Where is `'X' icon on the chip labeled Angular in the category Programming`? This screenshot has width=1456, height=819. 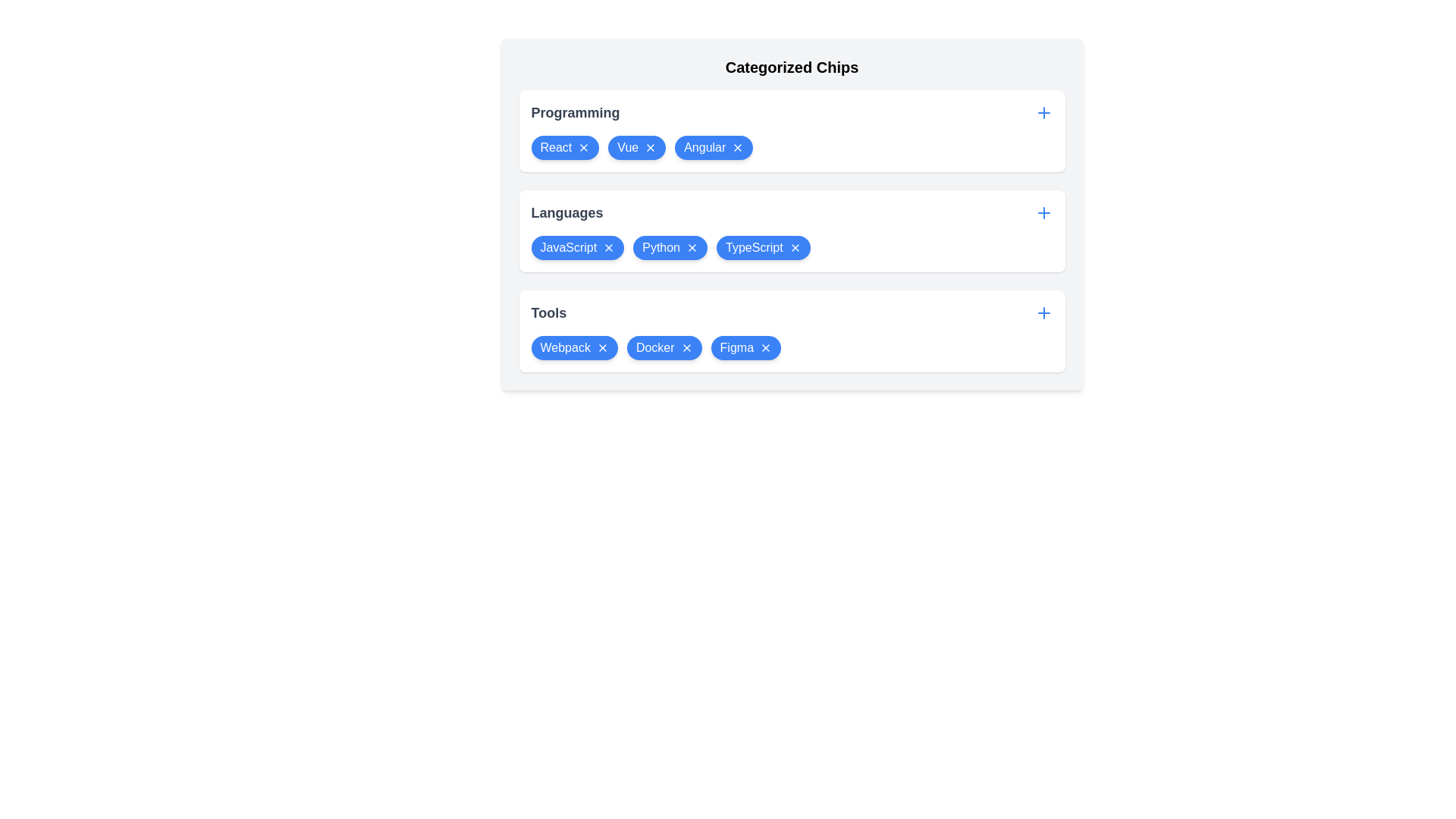
'X' icon on the chip labeled Angular in the category Programming is located at coordinates (738, 148).